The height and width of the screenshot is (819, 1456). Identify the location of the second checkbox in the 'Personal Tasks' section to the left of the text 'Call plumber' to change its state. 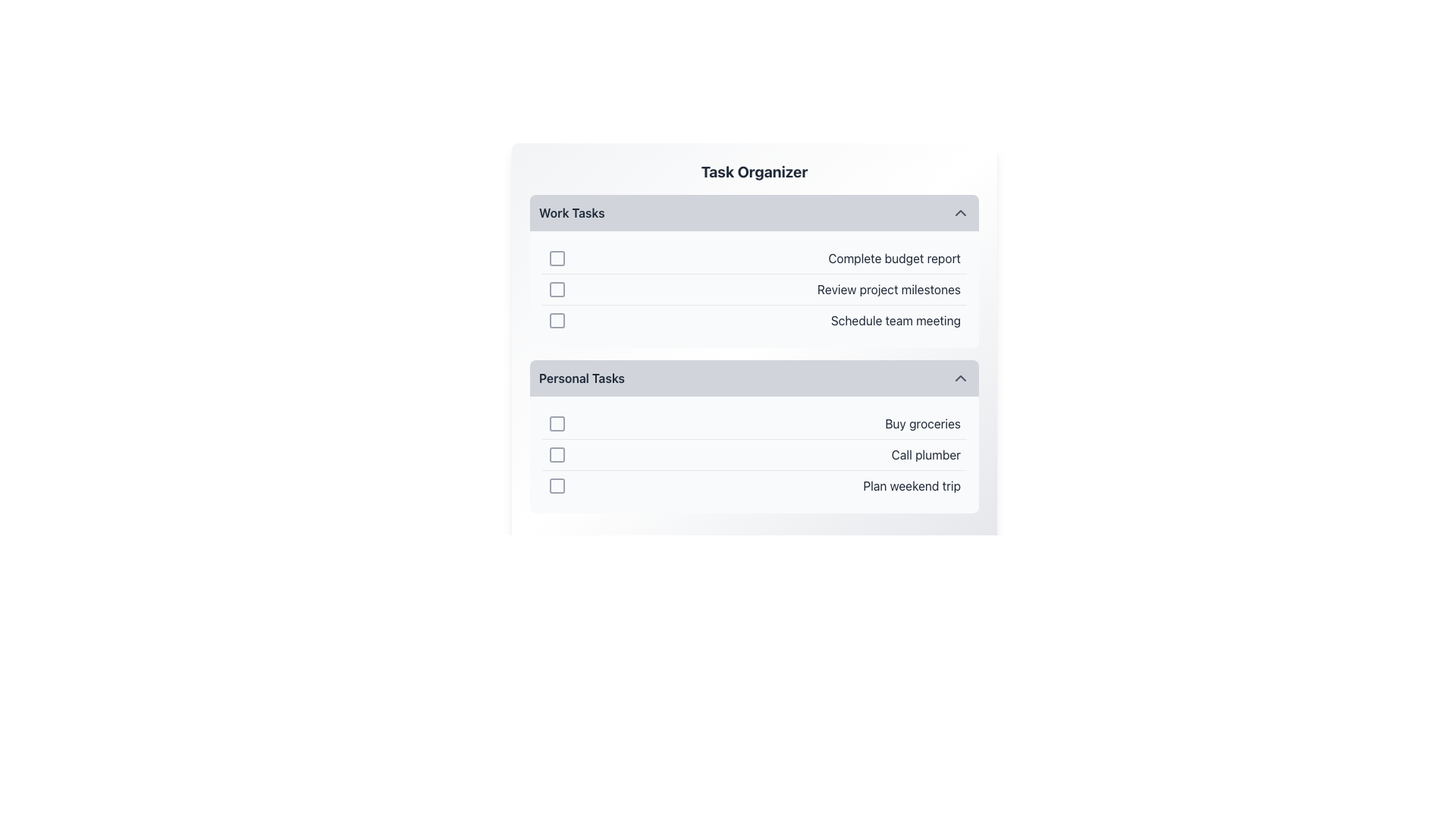
(556, 454).